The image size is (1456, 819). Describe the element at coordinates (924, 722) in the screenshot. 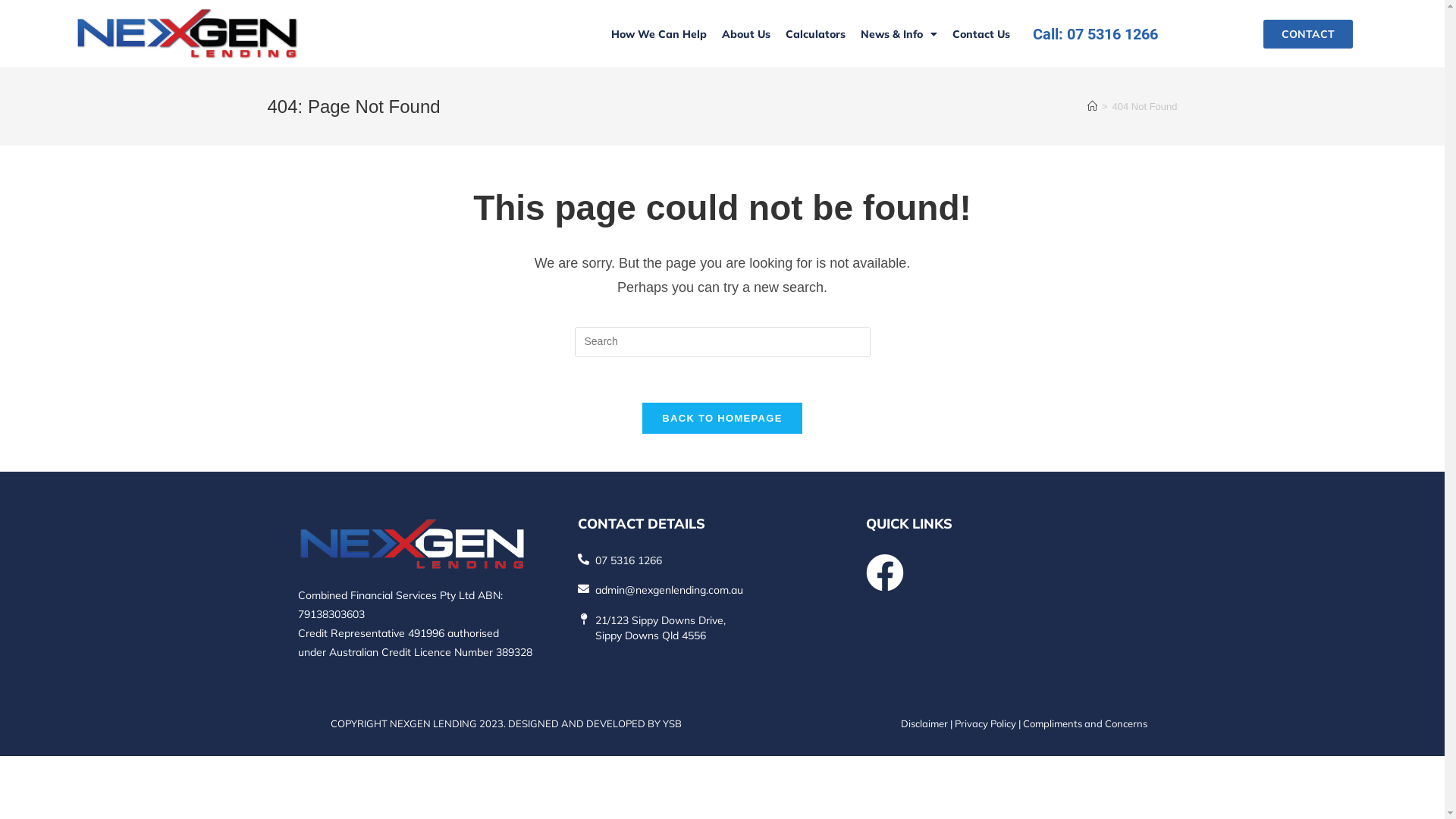

I see `'Disclaimer'` at that location.